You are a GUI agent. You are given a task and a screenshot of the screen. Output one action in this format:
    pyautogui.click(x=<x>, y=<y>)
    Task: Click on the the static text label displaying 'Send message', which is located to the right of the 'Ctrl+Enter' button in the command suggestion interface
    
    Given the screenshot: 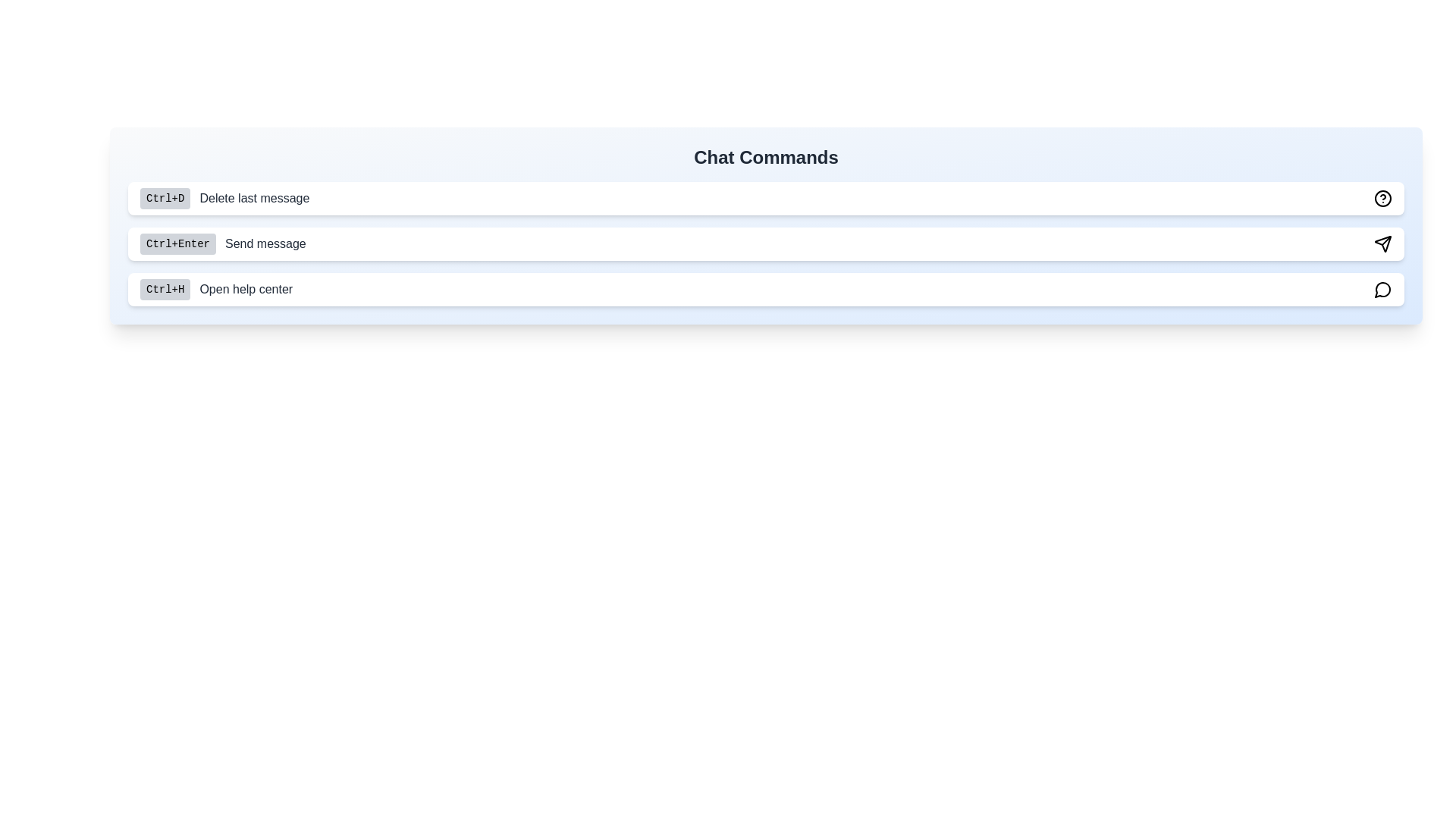 What is the action you would take?
    pyautogui.click(x=265, y=243)
    